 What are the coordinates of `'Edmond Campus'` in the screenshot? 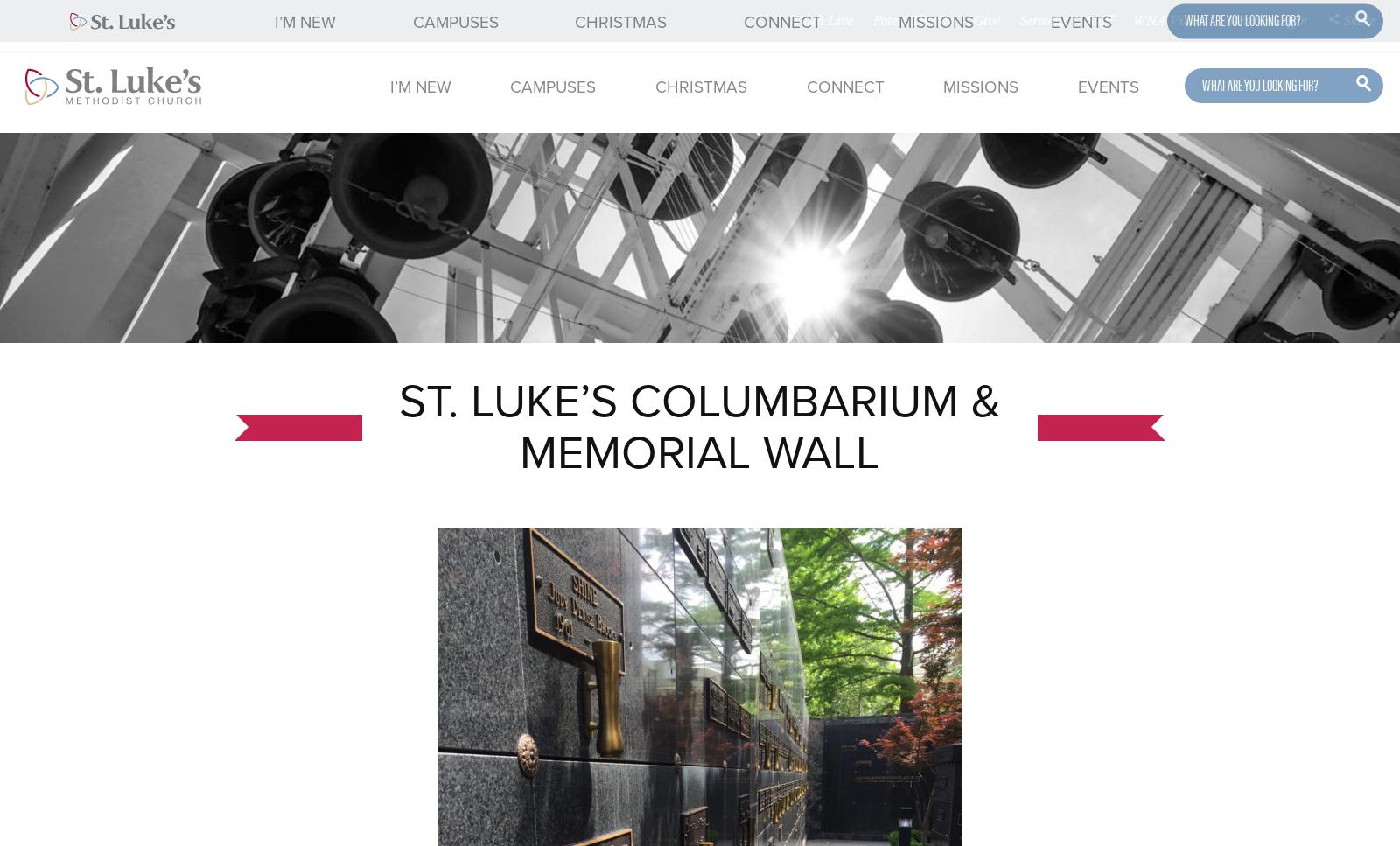 It's located at (714, 98).